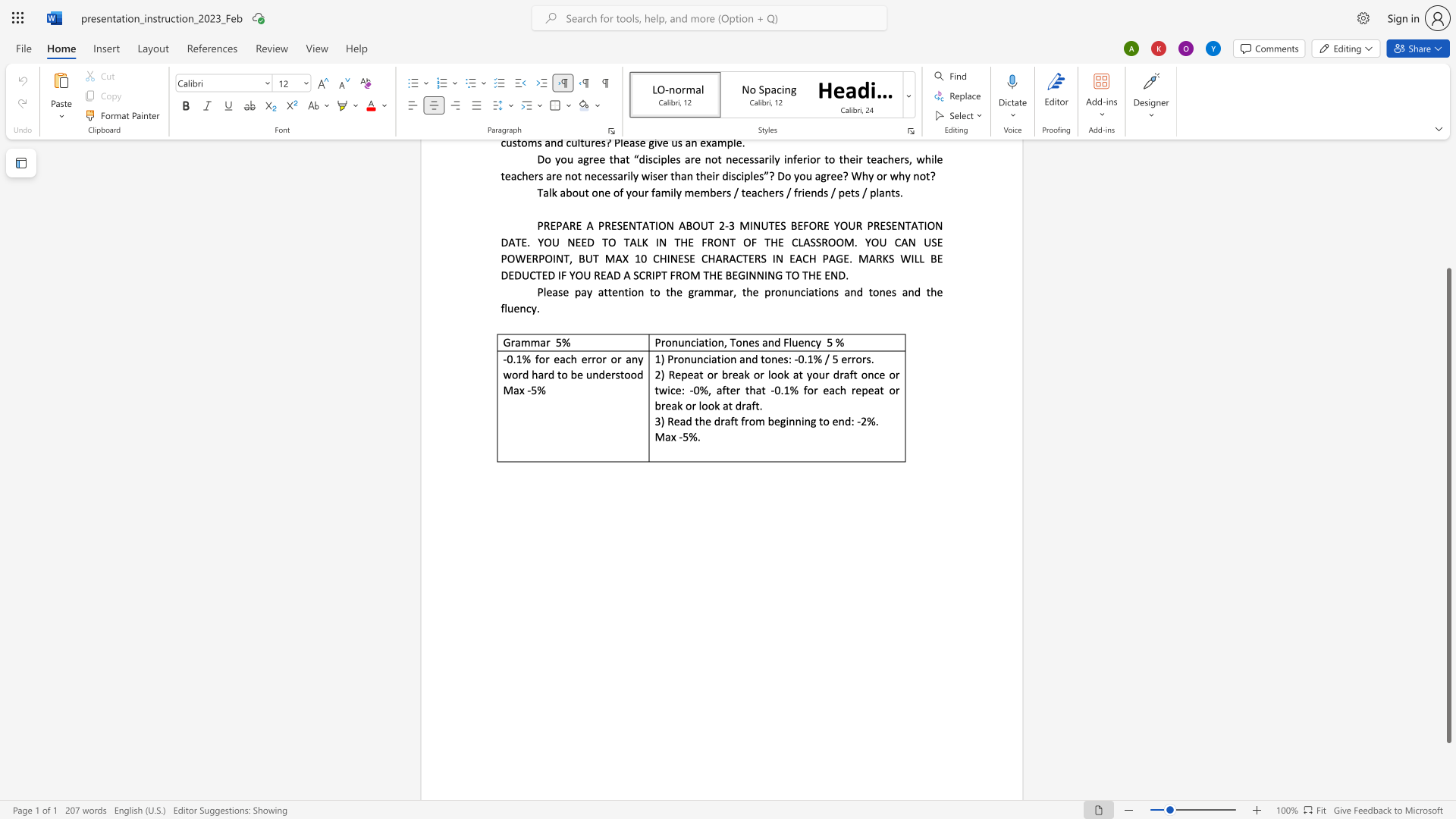 The width and height of the screenshot is (1456, 819). What do you see at coordinates (1448, 174) in the screenshot?
I see `the scrollbar to scroll the page up` at bounding box center [1448, 174].